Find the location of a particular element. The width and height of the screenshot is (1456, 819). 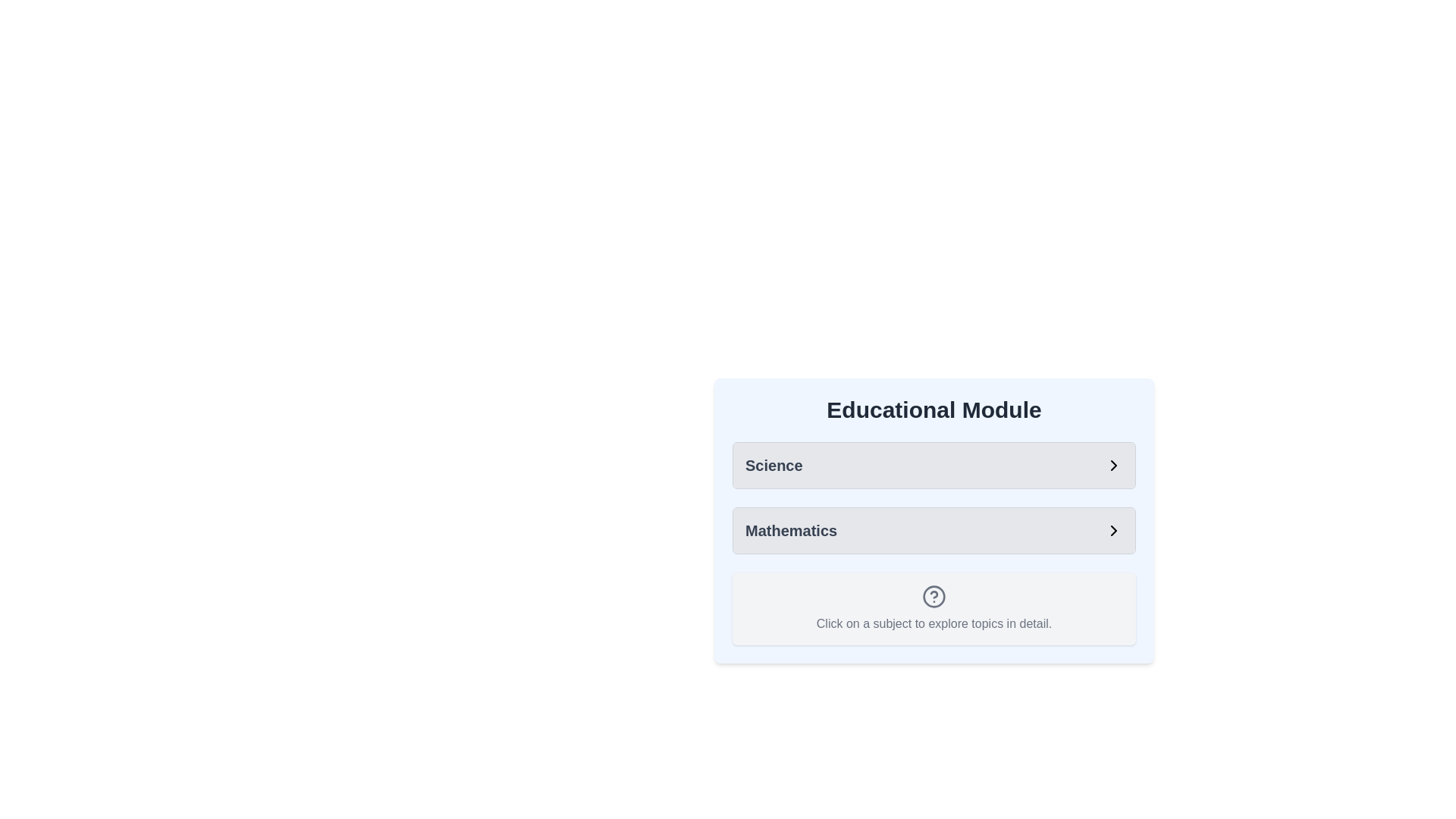

the arrow icon located to the far right of the 'Science' section is located at coordinates (1113, 464).